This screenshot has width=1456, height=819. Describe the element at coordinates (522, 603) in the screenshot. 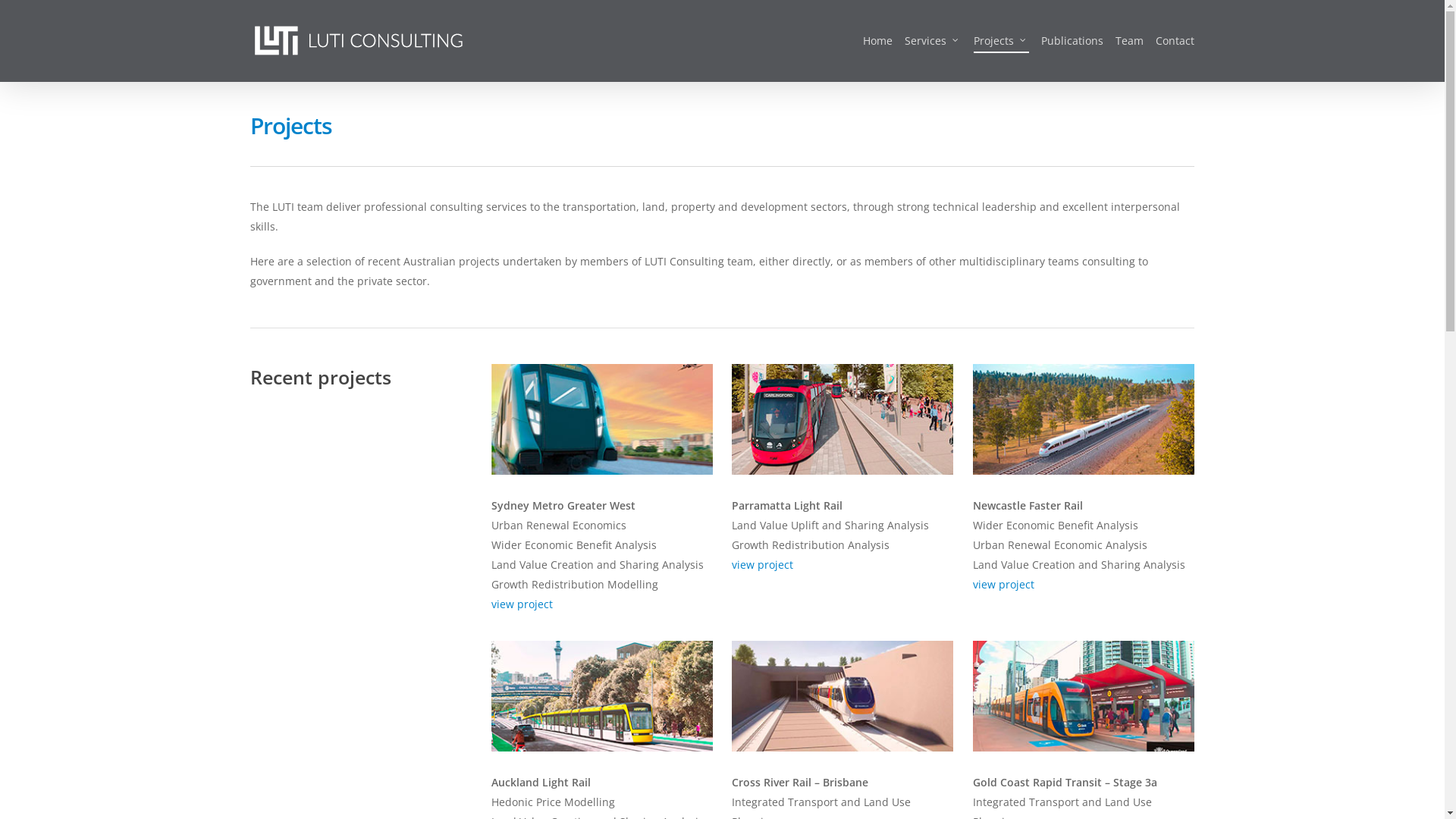

I see `'view project'` at that location.